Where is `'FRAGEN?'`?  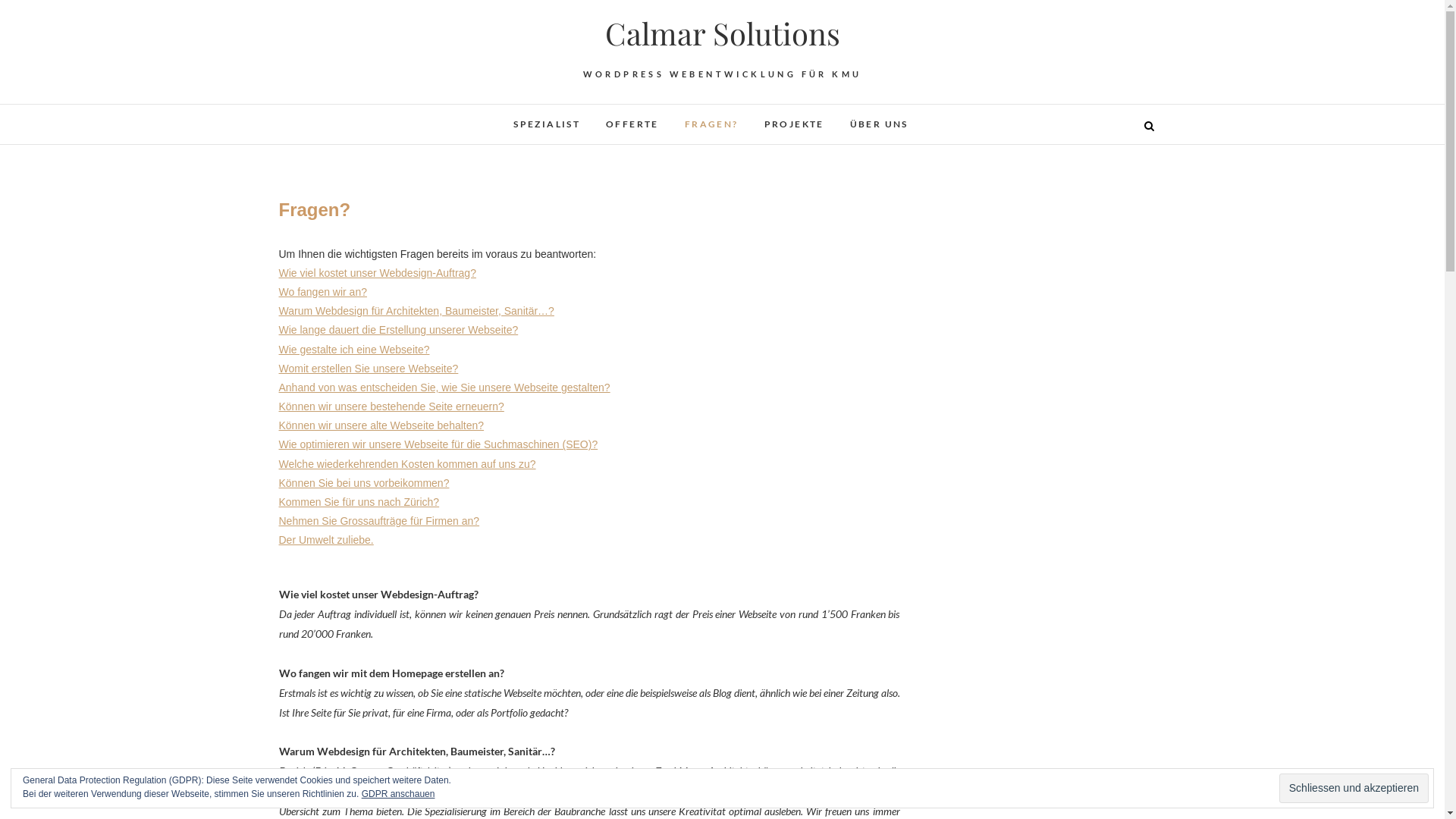 'FRAGEN?' is located at coordinates (711, 124).